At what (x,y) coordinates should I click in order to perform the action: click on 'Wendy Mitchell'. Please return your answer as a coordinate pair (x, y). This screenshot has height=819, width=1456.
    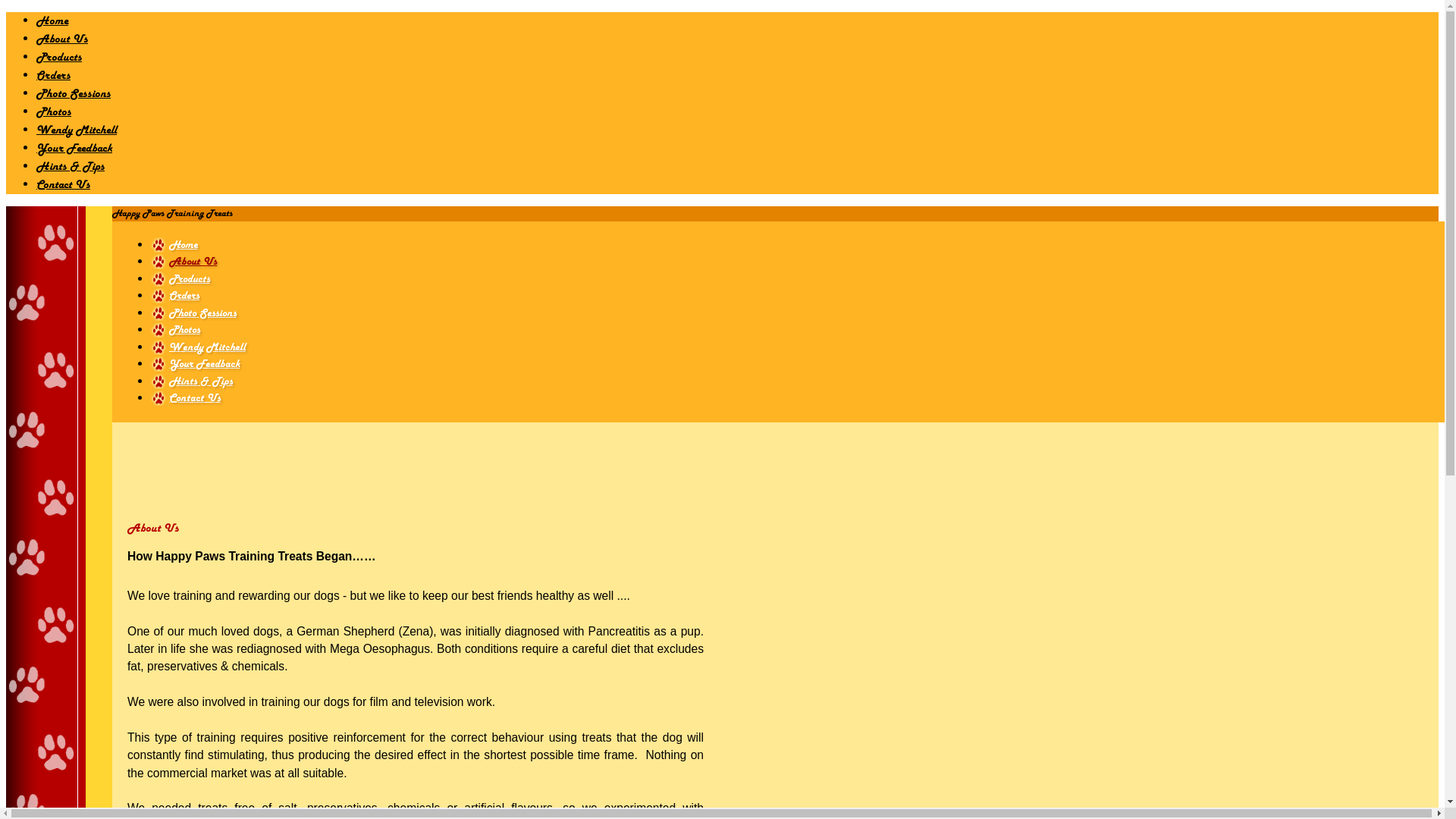
    Looking at the image, I should click on (75, 129).